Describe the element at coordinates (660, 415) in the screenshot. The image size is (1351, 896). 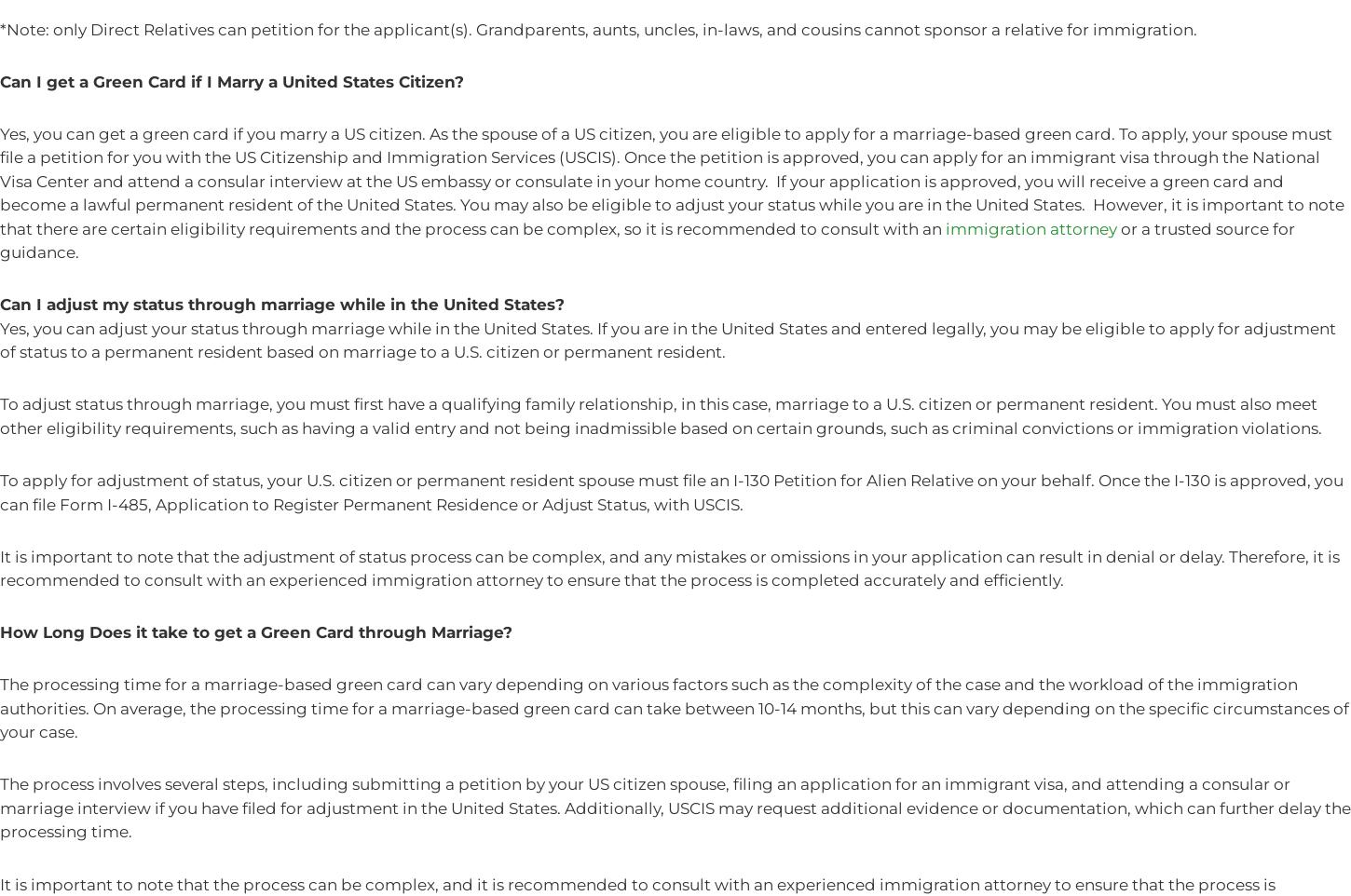
I see `'To adjust status through marriage, you must first have a qualifying family relationship, in this case, marriage to a U.S. citizen or permanent resident. You must also meet other eligibility requirements, such as having a valid entry and not being inadmissible based on certain grounds, such as criminal convictions or immigration violations.'` at that location.